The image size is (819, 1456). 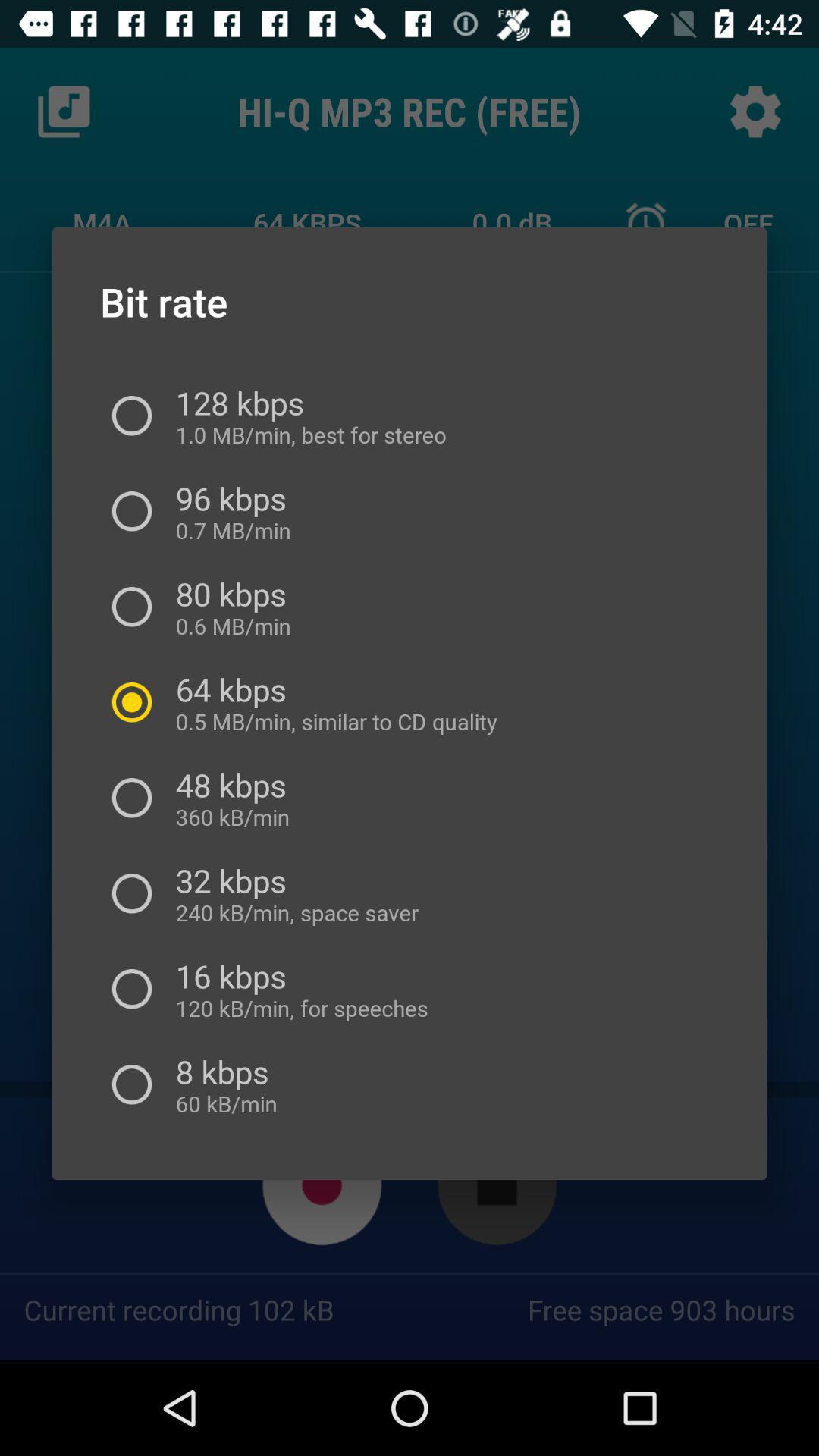 What do you see at coordinates (291, 893) in the screenshot?
I see `32 kbps 240 icon` at bounding box center [291, 893].